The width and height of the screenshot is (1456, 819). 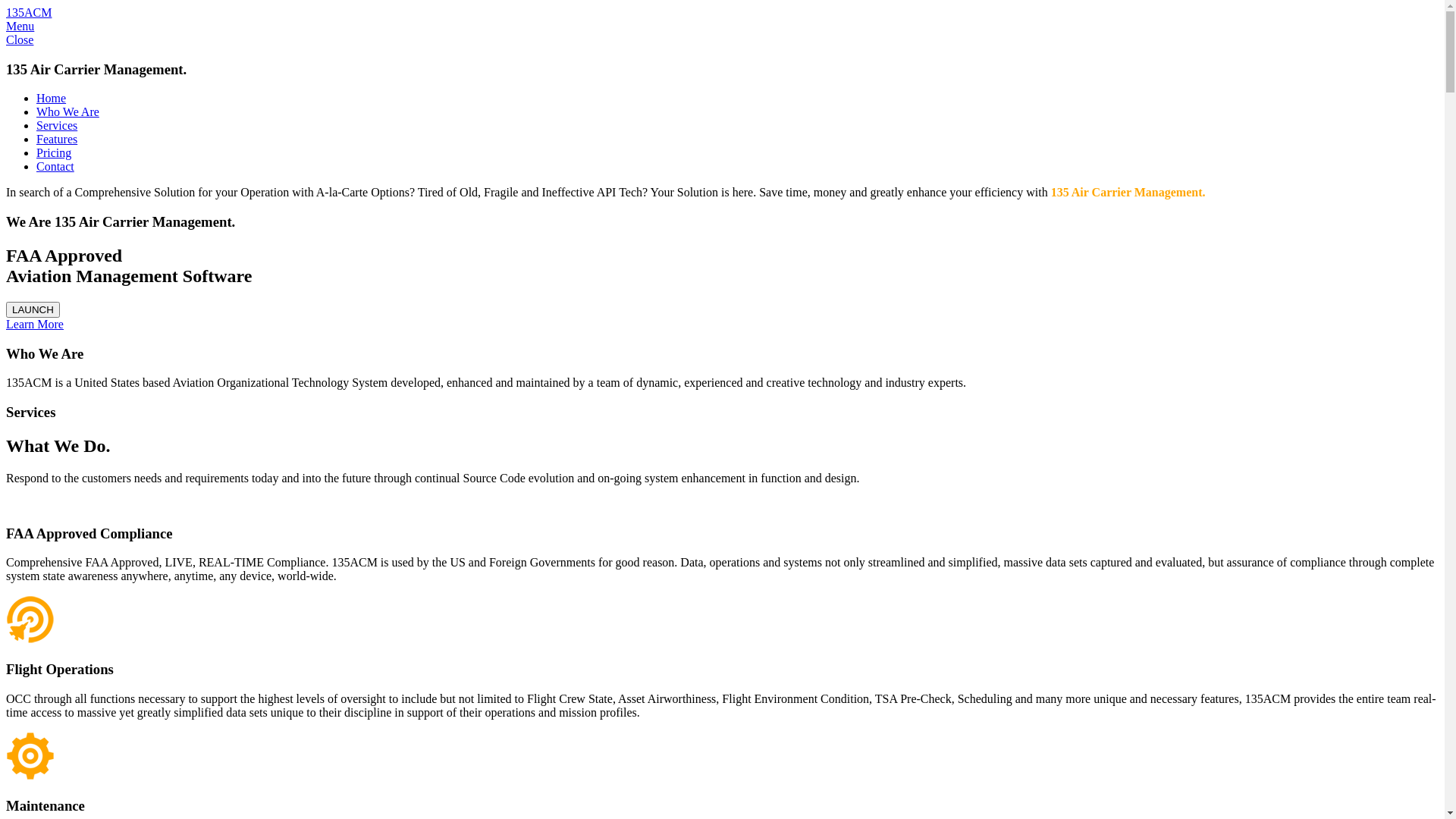 What do you see at coordinates (57, 139) in the screenshot?
I see `'Features'` at bounding box center [57, 139].